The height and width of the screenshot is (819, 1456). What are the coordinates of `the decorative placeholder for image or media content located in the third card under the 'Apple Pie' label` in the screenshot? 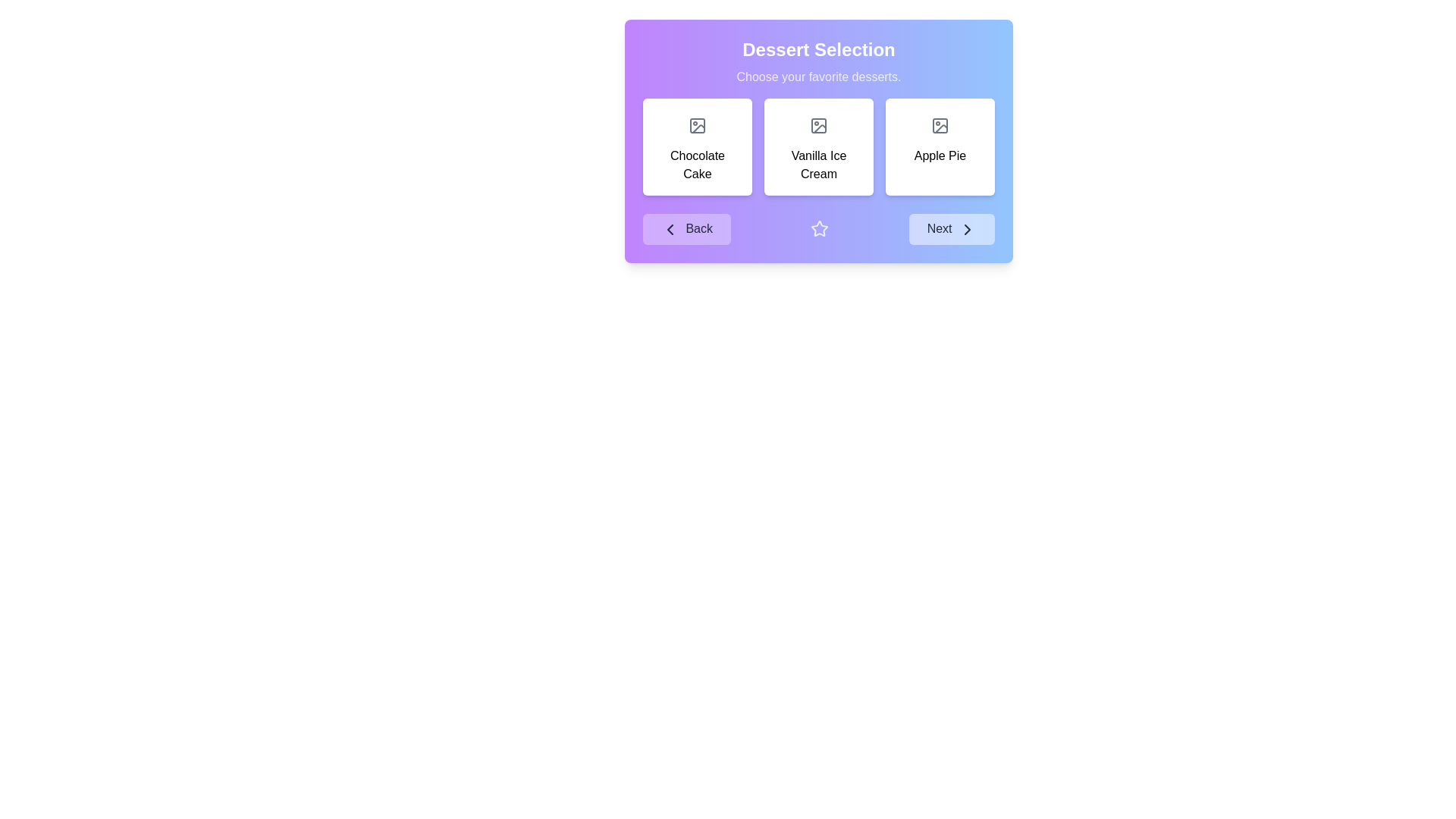 It's located at (939, 124).